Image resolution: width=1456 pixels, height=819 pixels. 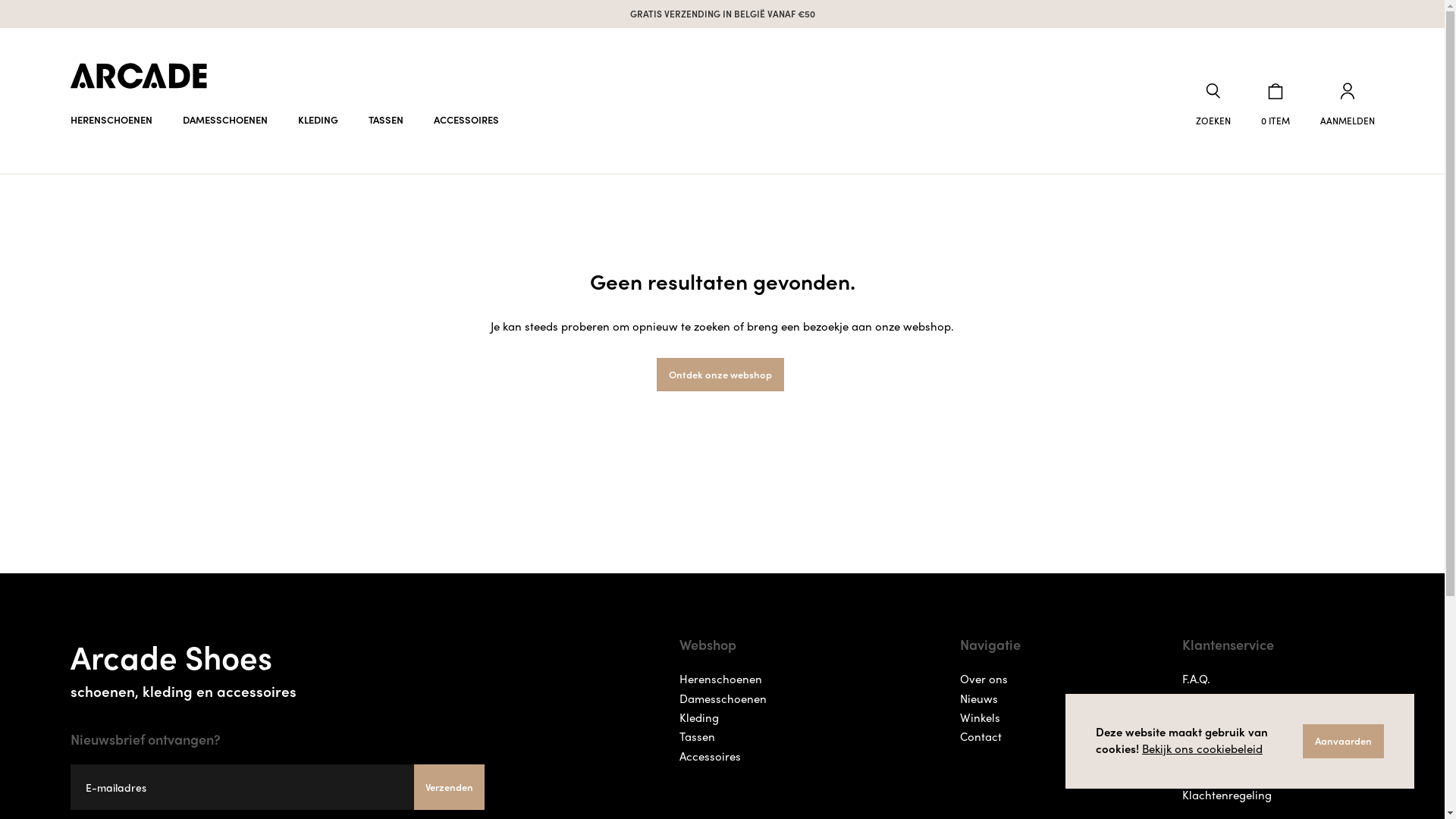 What do you see at coordinates (979, 698) in the screenshot?
I see `'Nieuws'` at bounding box center [979, 698].